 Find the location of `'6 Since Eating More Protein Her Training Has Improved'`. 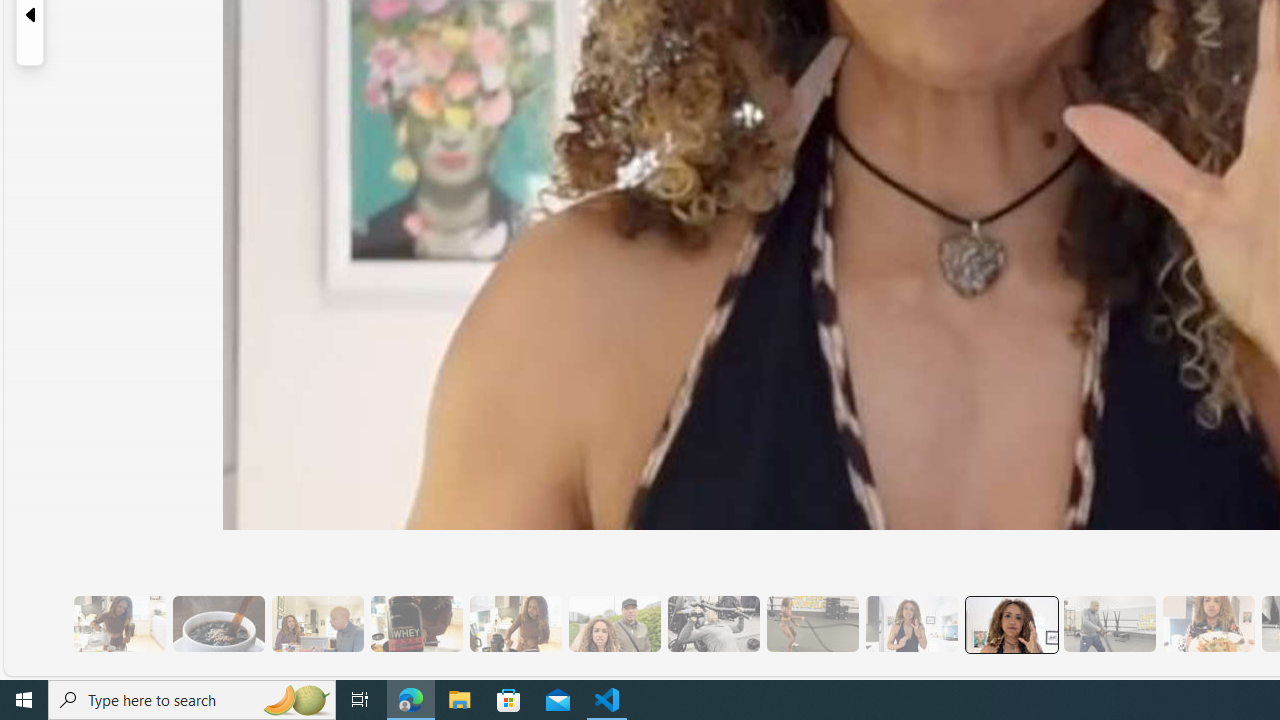

'6 Since Eating More Protein Her Training Has Improved' is located at coordinates (415, 623).